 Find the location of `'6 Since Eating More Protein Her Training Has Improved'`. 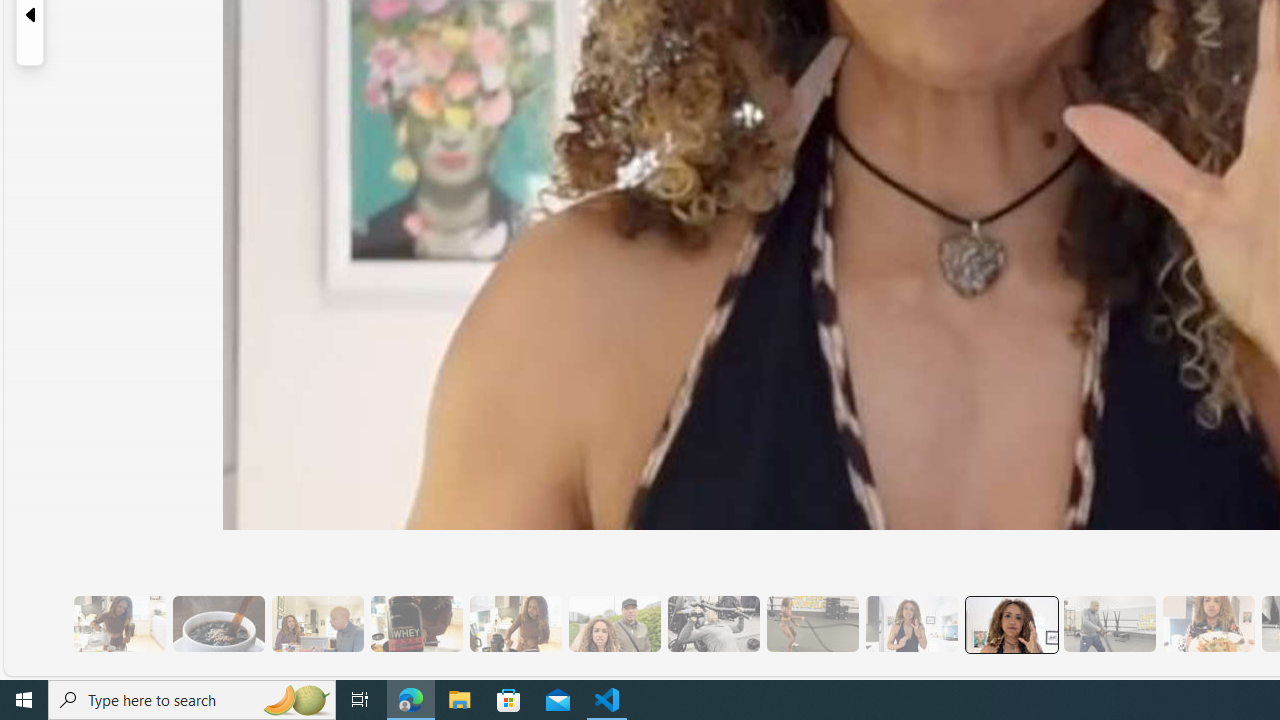

'6 Since Eating More Protein Her Training Has Improved' is located at coordinates (415, 623).